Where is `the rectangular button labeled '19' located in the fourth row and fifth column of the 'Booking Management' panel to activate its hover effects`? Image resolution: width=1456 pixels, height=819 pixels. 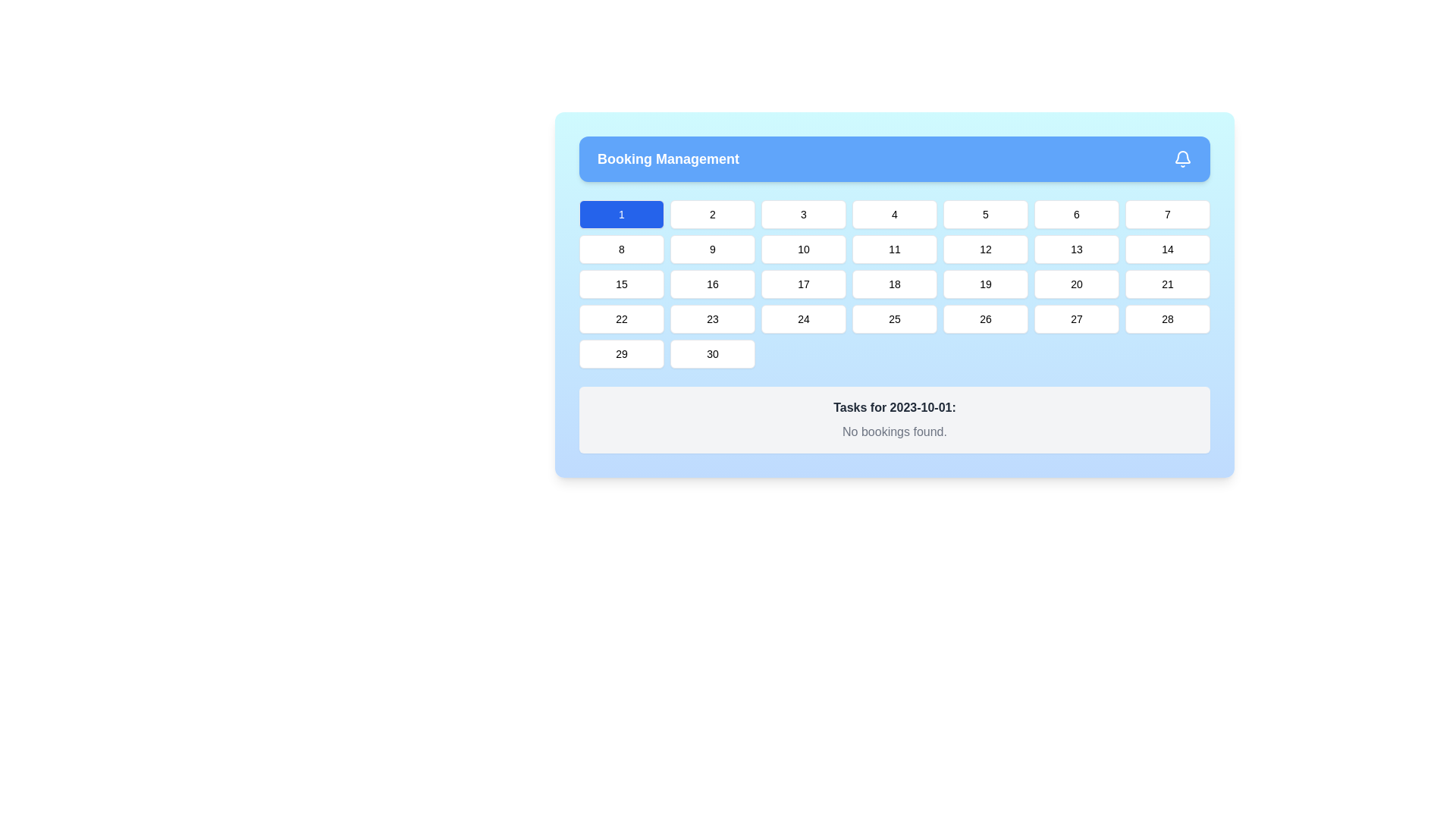
the rectangular button labeled '19' located in the fourth row and fifth column of the 'Booking Management' panel to activate its hover effects is located at coordinates (986, 284).